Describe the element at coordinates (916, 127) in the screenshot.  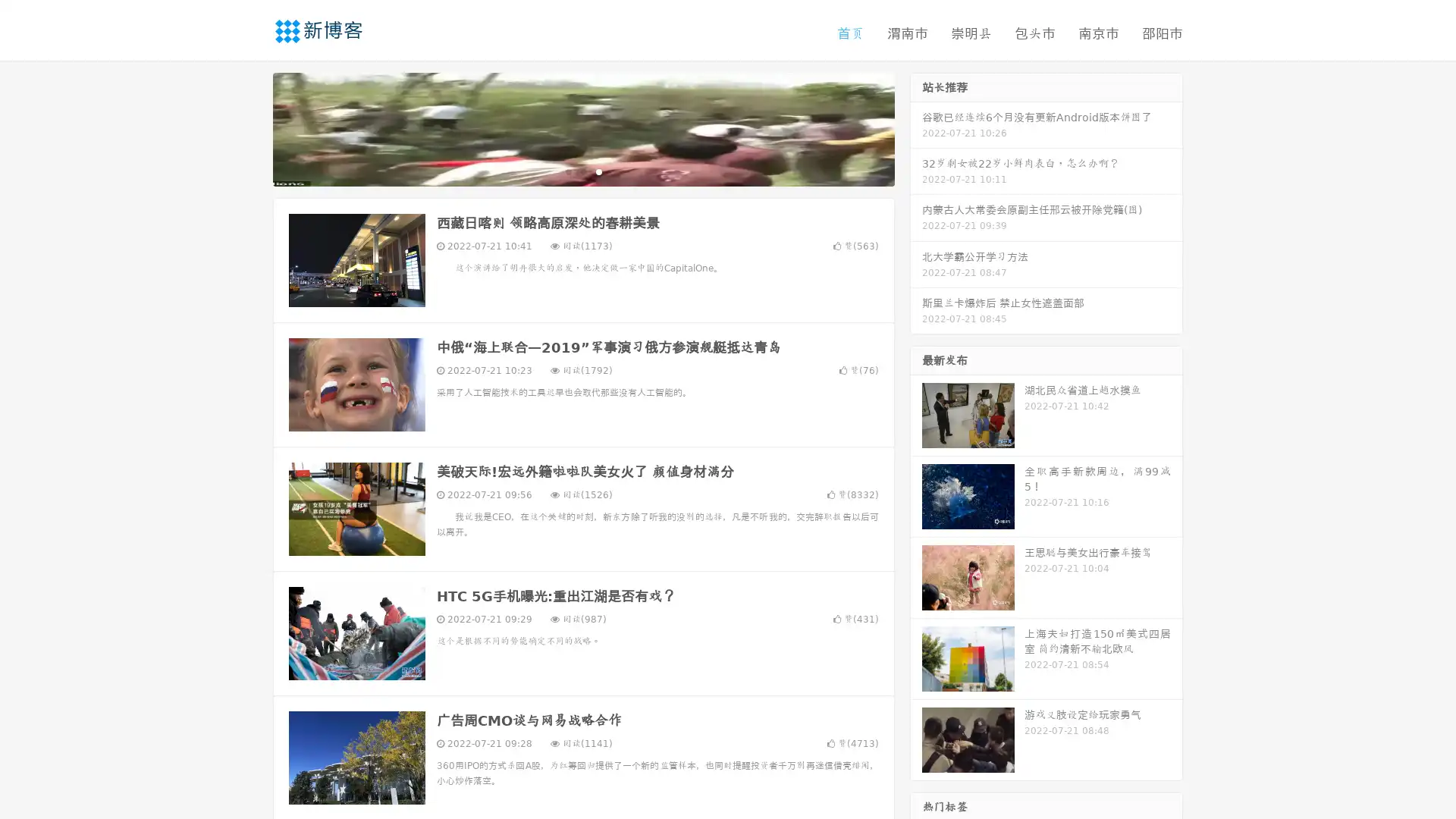
I see `Next slide` at that location.